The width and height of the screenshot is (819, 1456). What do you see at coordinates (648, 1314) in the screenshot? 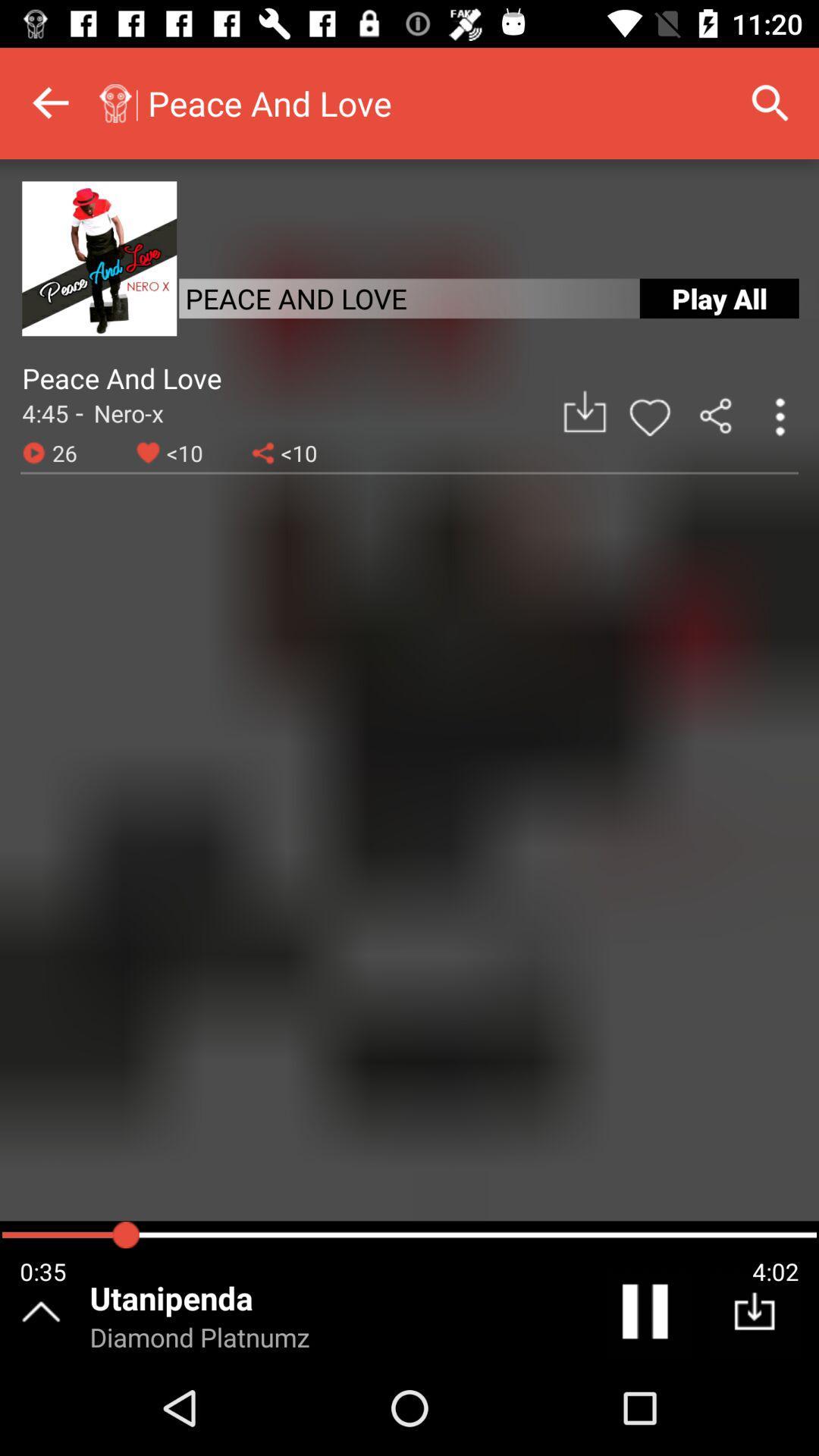
I see `the pause icon` at bounding box center [648, 1314].